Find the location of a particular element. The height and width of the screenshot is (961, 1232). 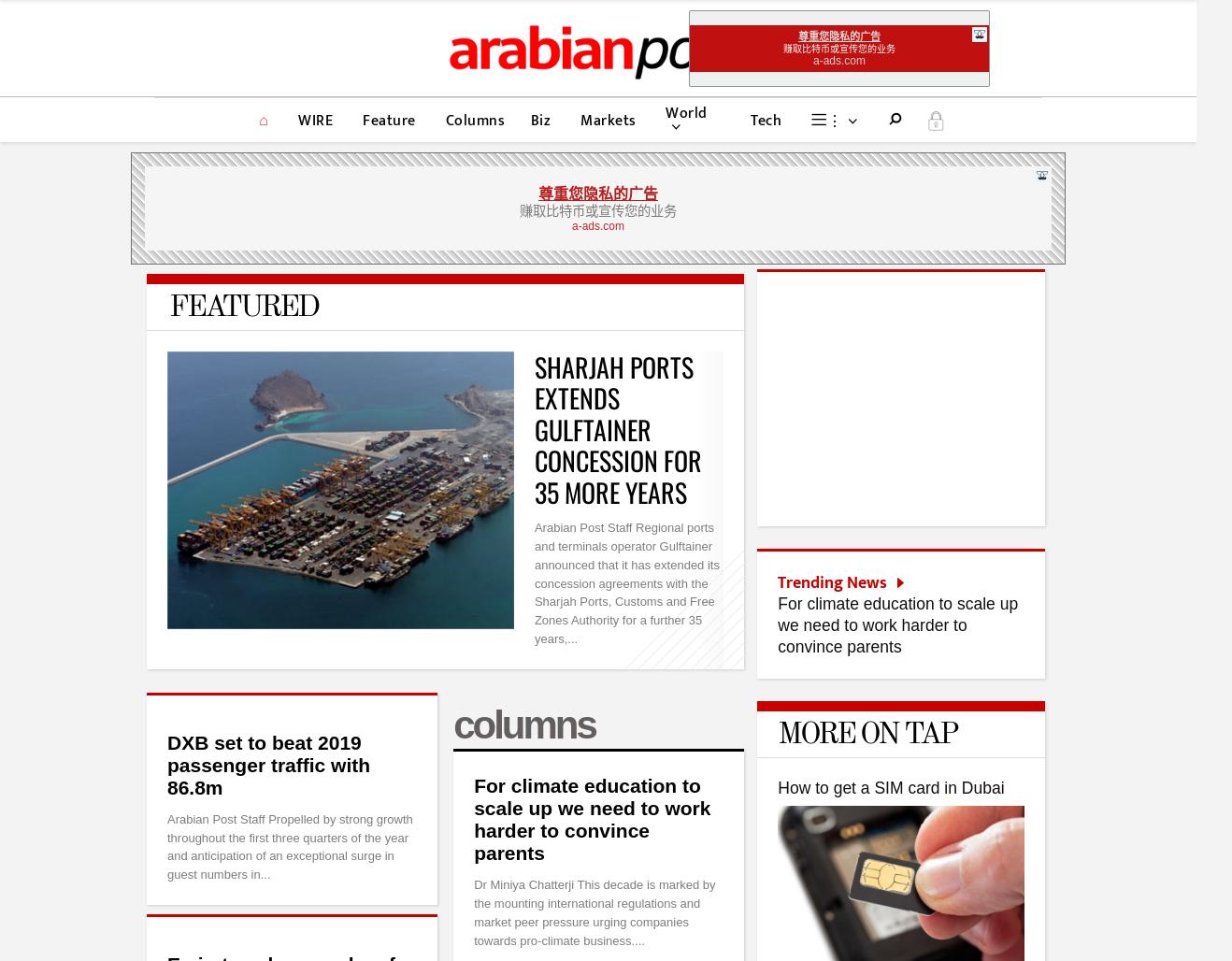

'Advertise on Arabian Post' is located at coordinates (683, 811).